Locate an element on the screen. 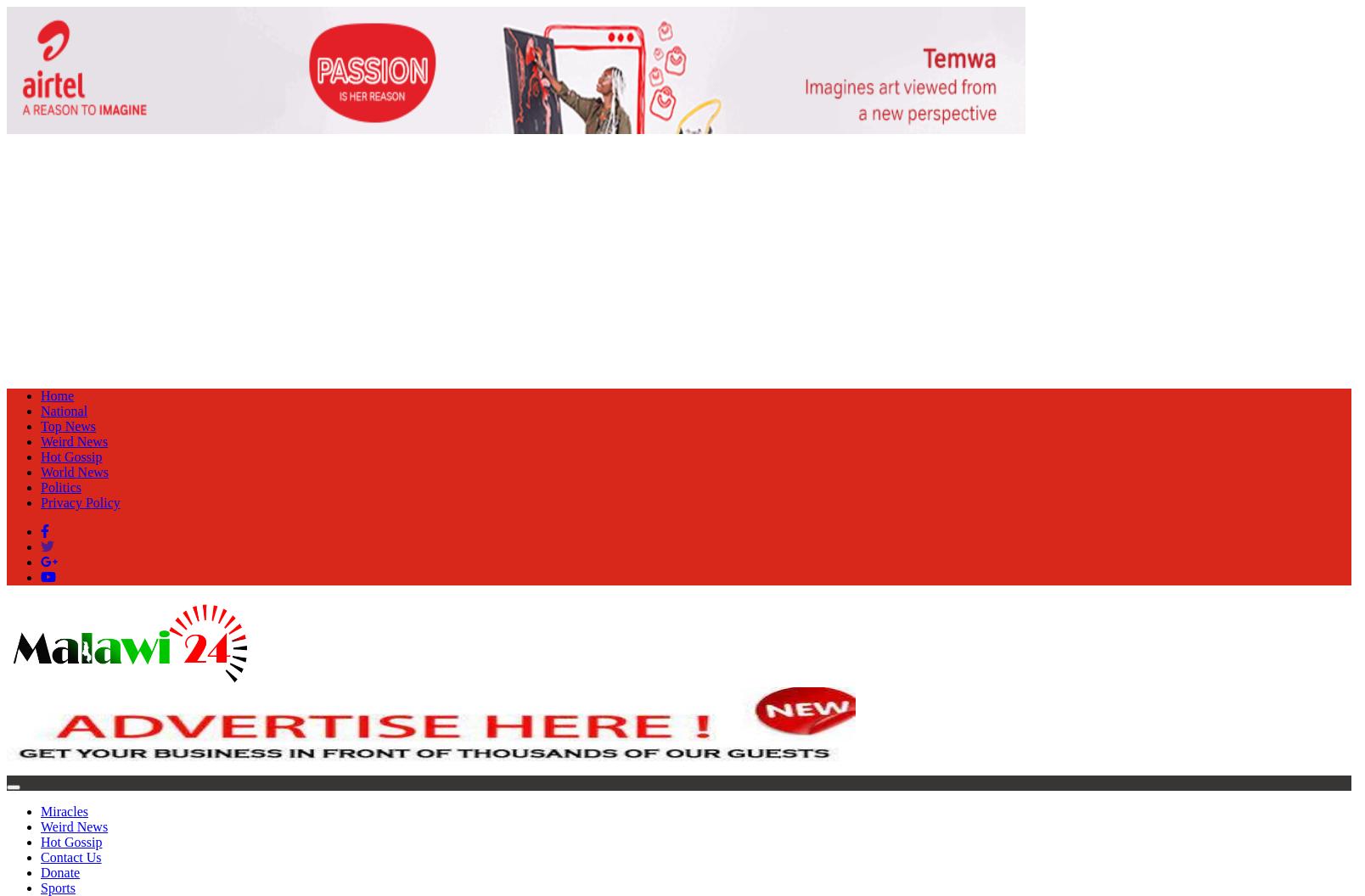 This screenshot has height=896, width=1365. 'Sports' is located at coordinates (40, 887).